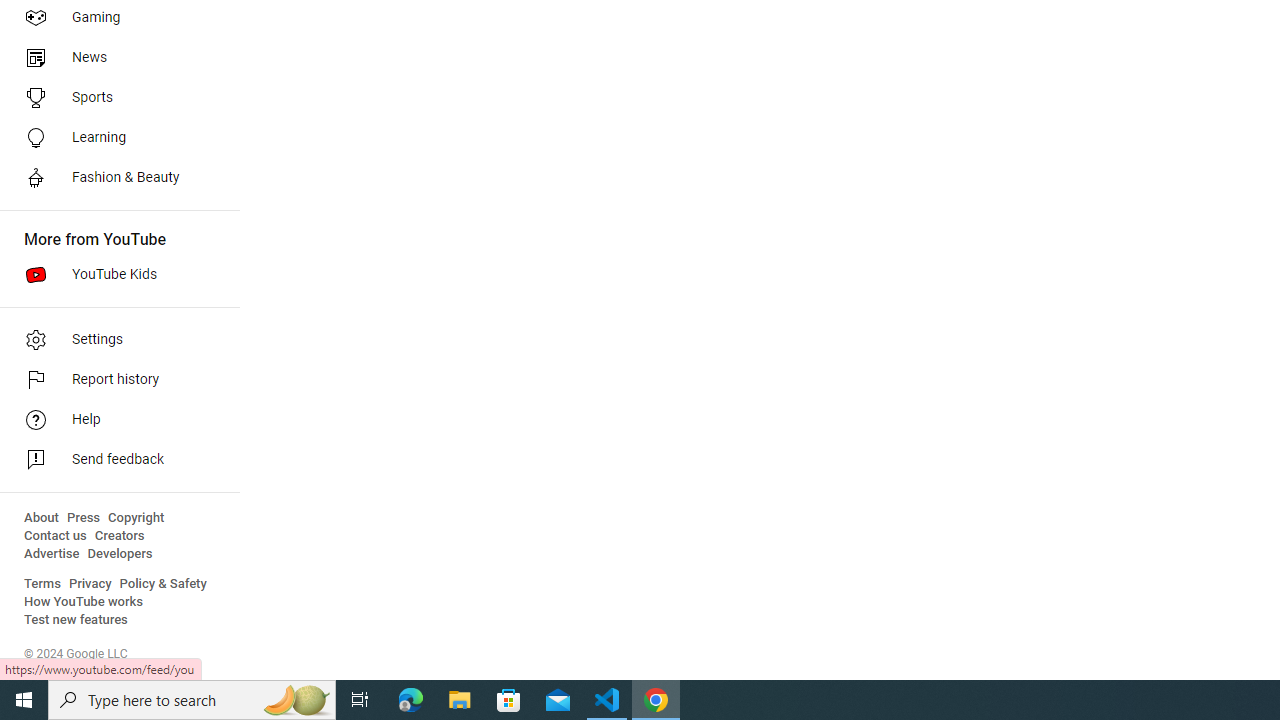  What do you see at coordinates (119, 554) in the screenshot?
I see `'Developers'` at bounding box center [119, 554].